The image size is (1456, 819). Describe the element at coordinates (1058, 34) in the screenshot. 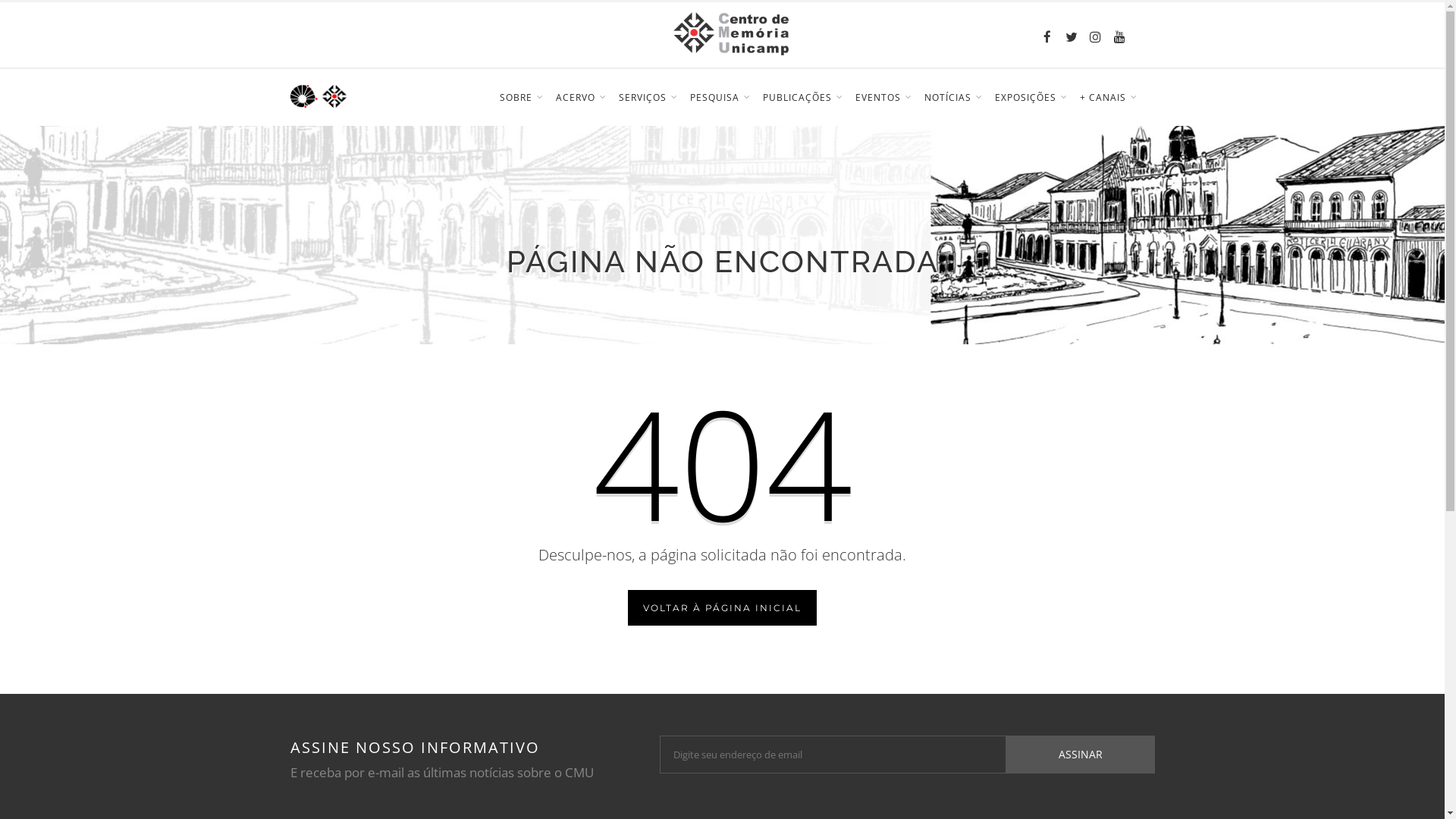

I see `'Twitter'` at that location.